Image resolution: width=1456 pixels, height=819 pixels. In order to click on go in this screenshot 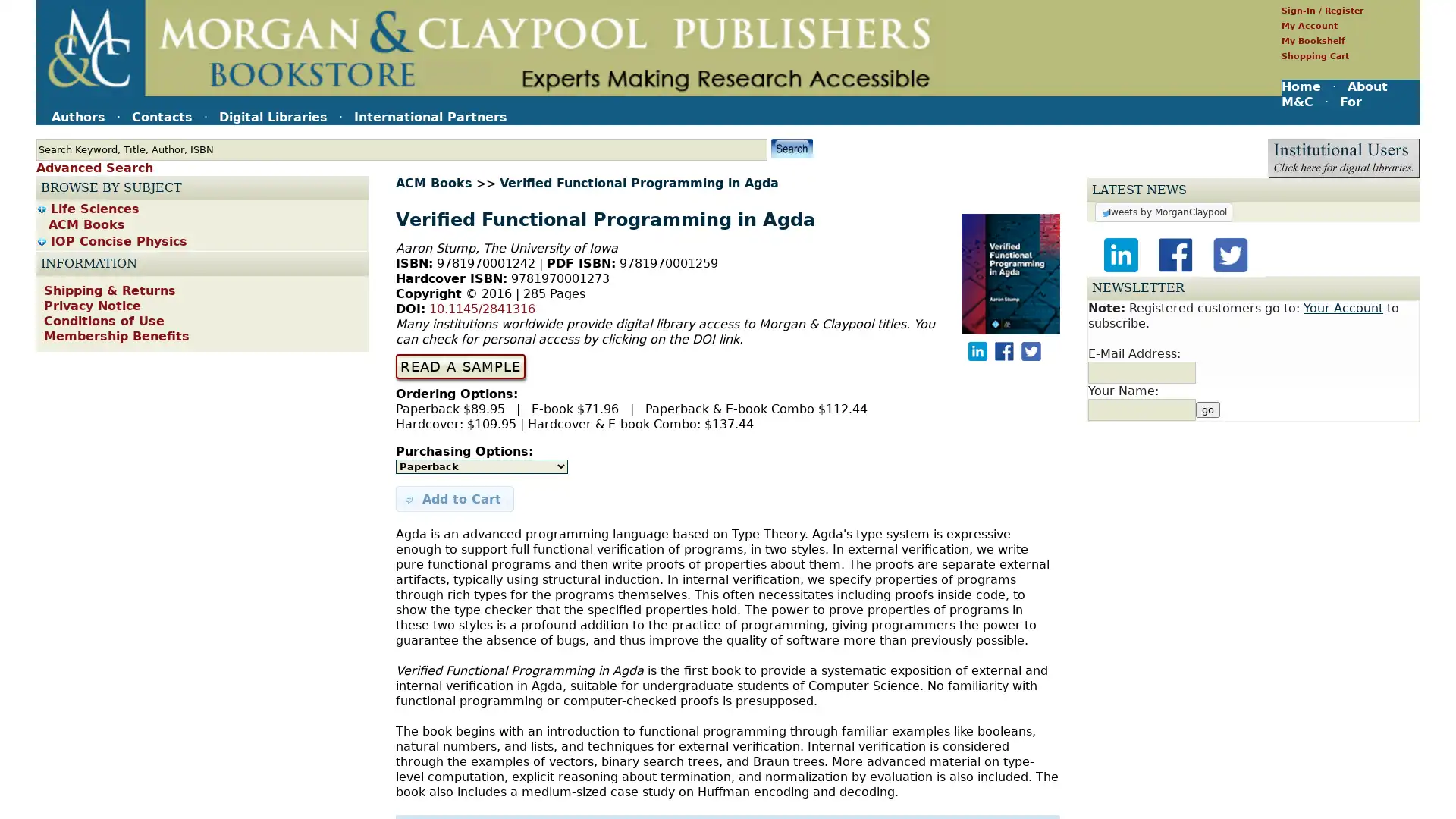, I will do `click(1207, 806)`.